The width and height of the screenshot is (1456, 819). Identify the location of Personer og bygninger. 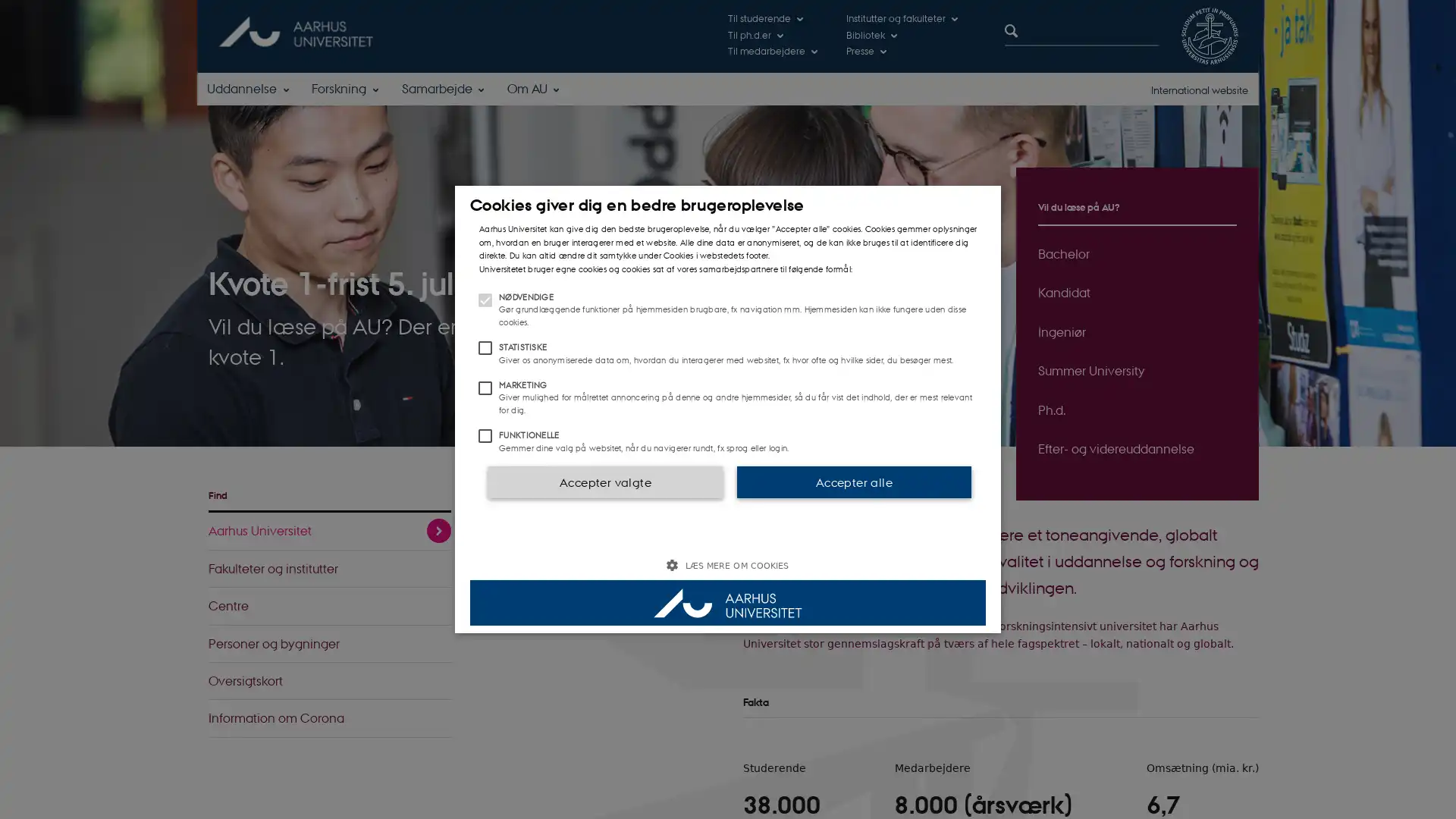
(329, 643).